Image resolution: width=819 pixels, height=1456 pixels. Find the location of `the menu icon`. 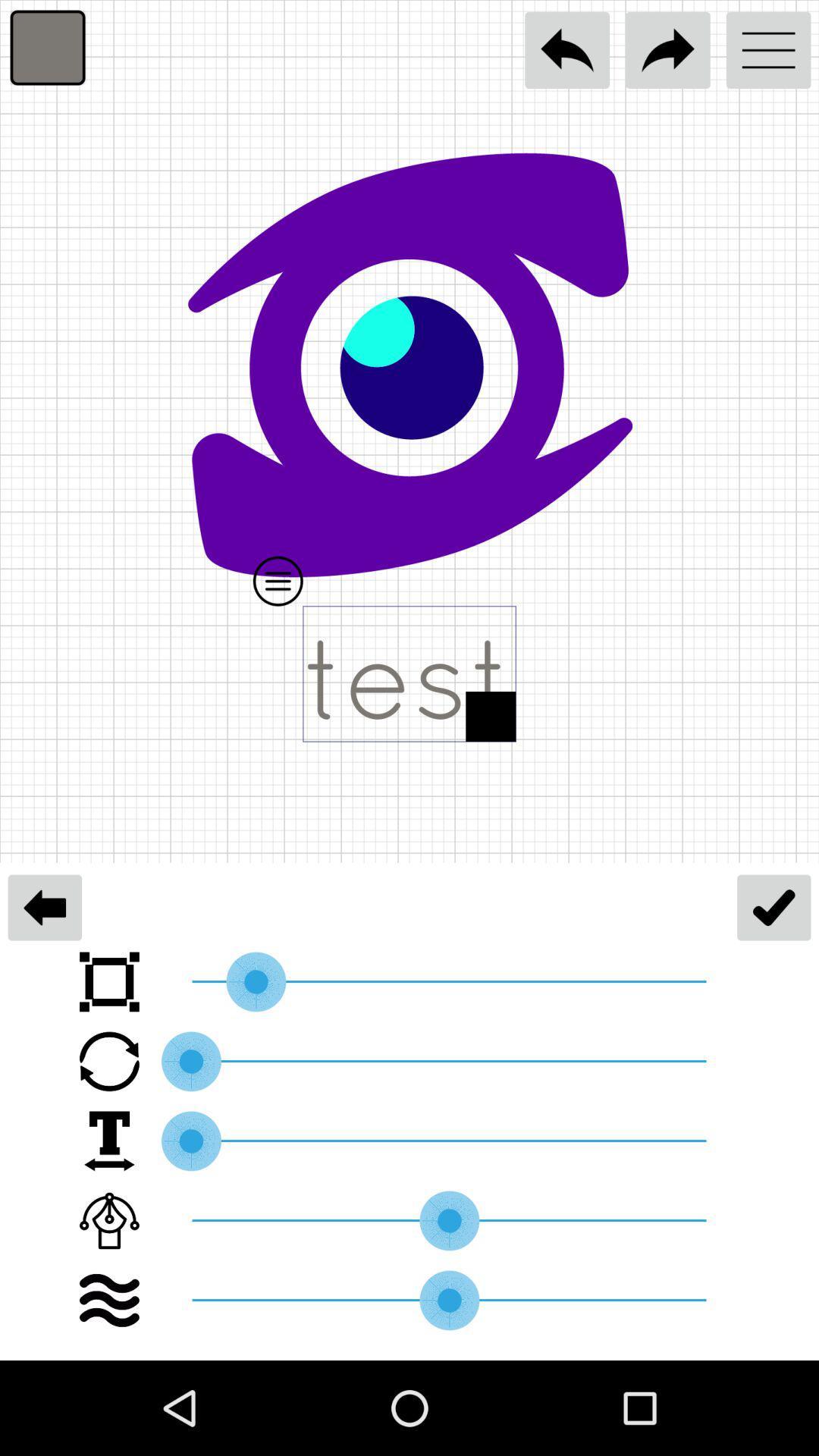

the menu icon is located at coordinates (768, 50).